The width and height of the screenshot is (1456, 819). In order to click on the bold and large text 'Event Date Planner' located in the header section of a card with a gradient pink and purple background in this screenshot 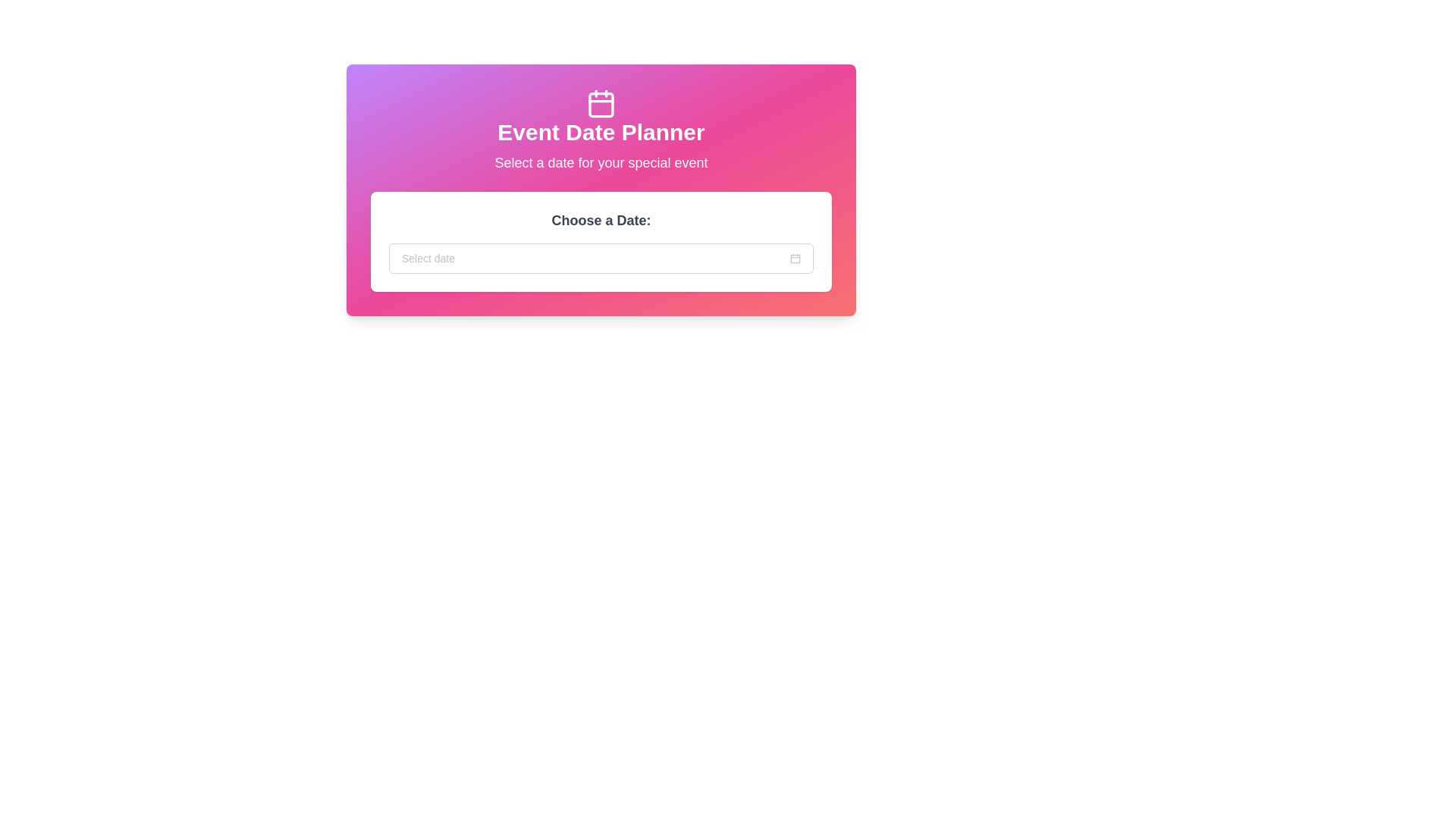, I will do `click(600, 131)`.